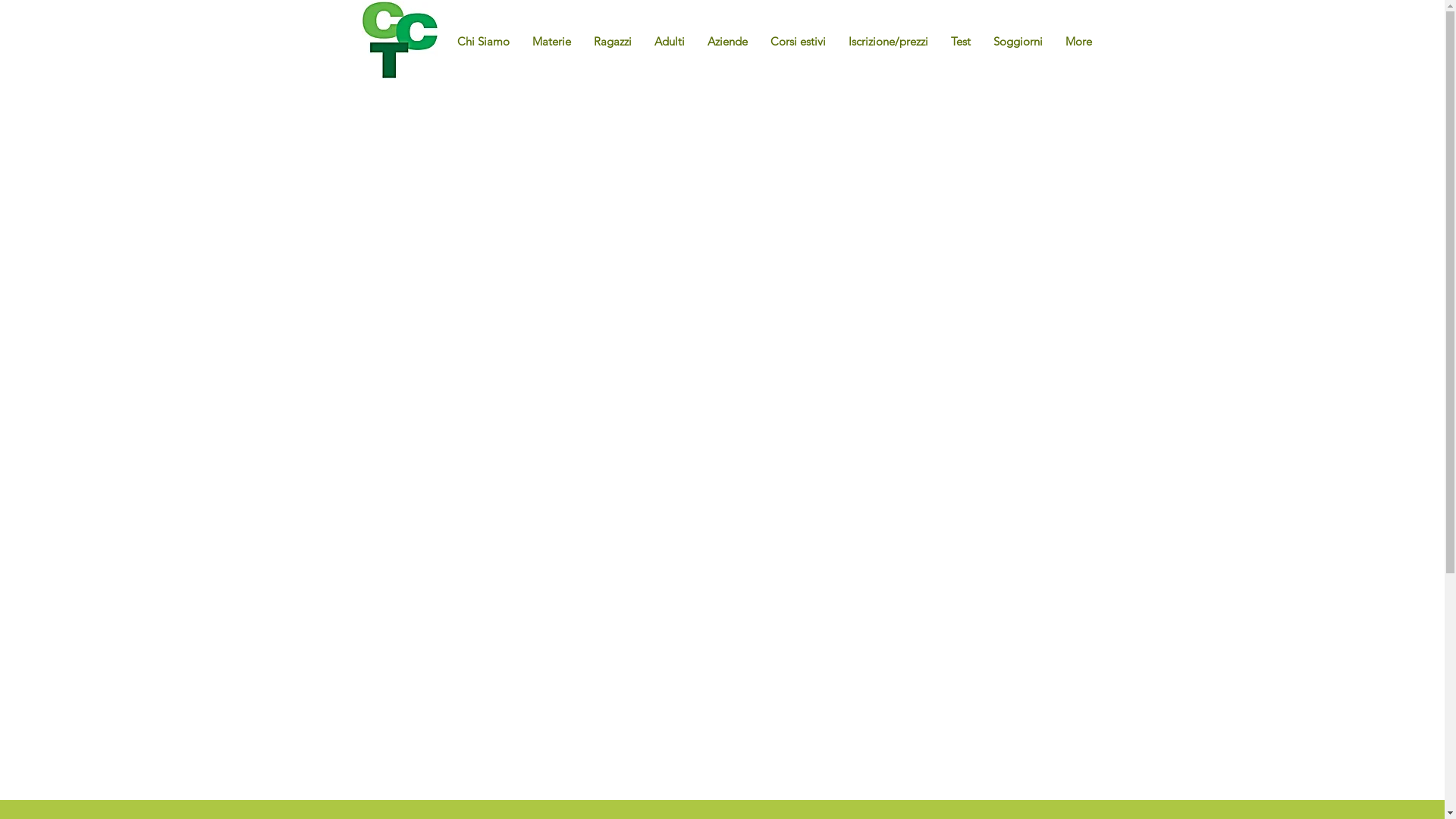  I want to click on 'Materie', so click(473, 34).